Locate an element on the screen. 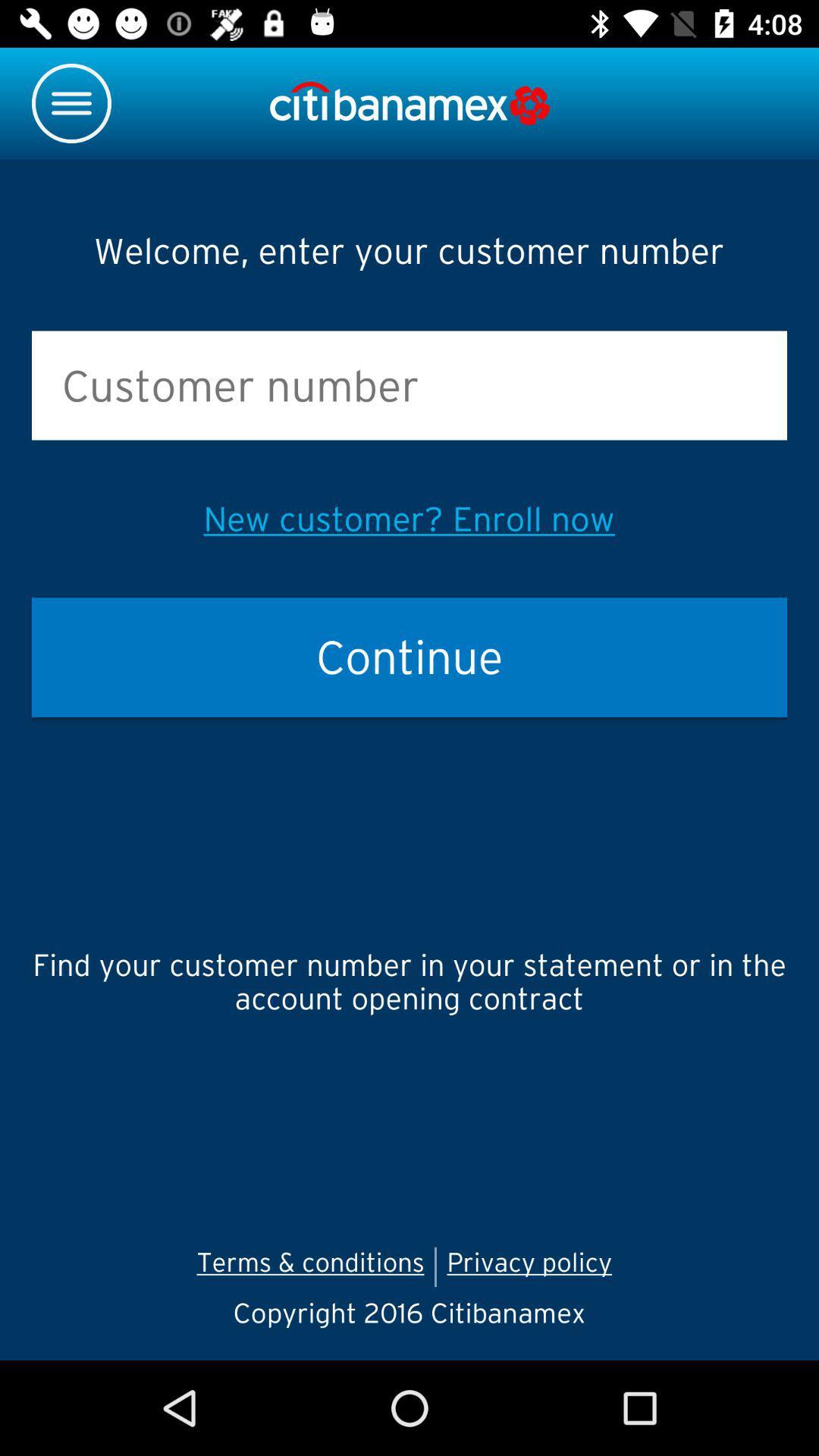 This screenshot has height=1456, width=819. the terms & conditions icon is located at coordinates (309, 1266).